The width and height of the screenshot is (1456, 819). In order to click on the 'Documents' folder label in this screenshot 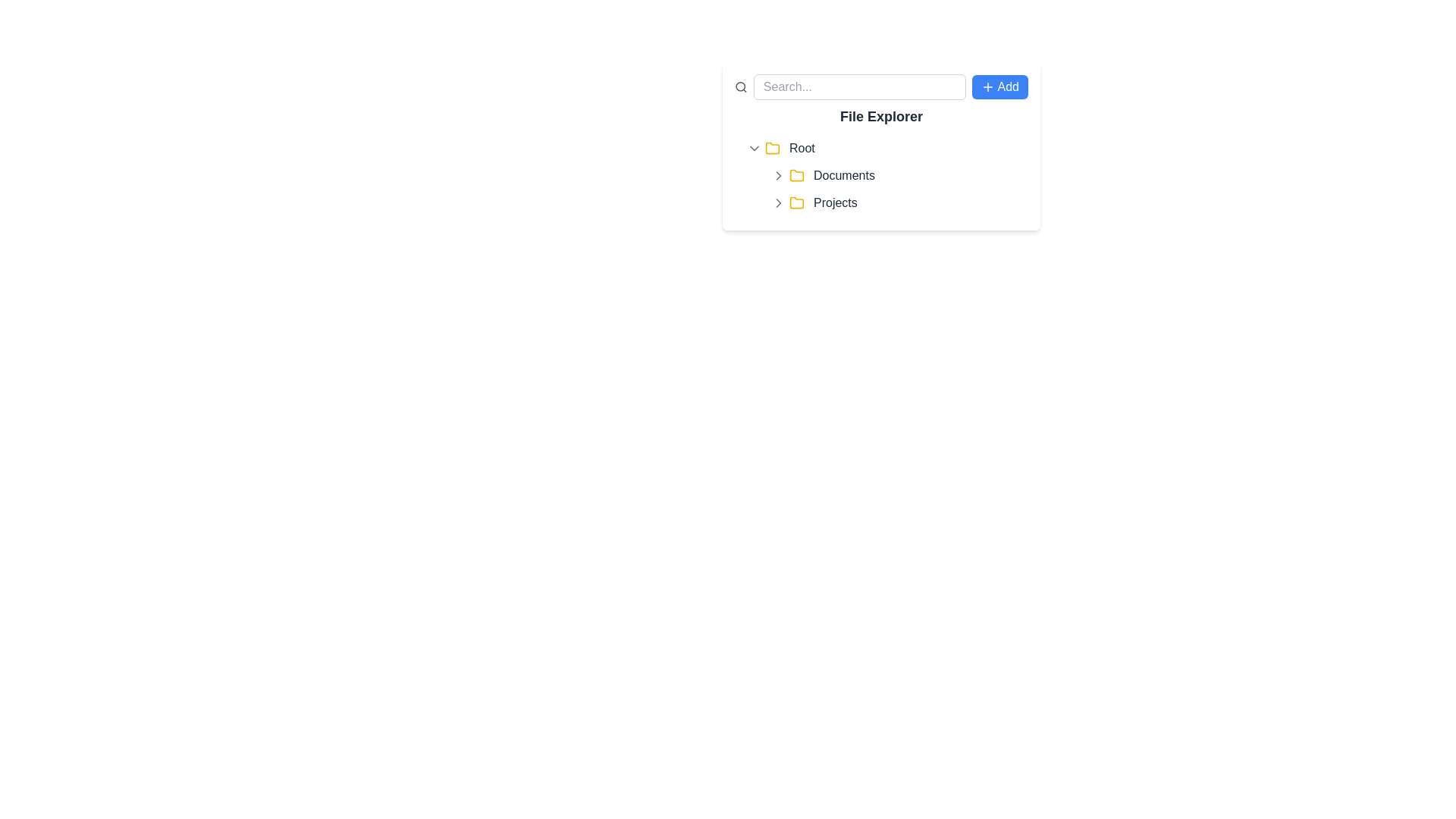, I will do `click(843, 174)`.